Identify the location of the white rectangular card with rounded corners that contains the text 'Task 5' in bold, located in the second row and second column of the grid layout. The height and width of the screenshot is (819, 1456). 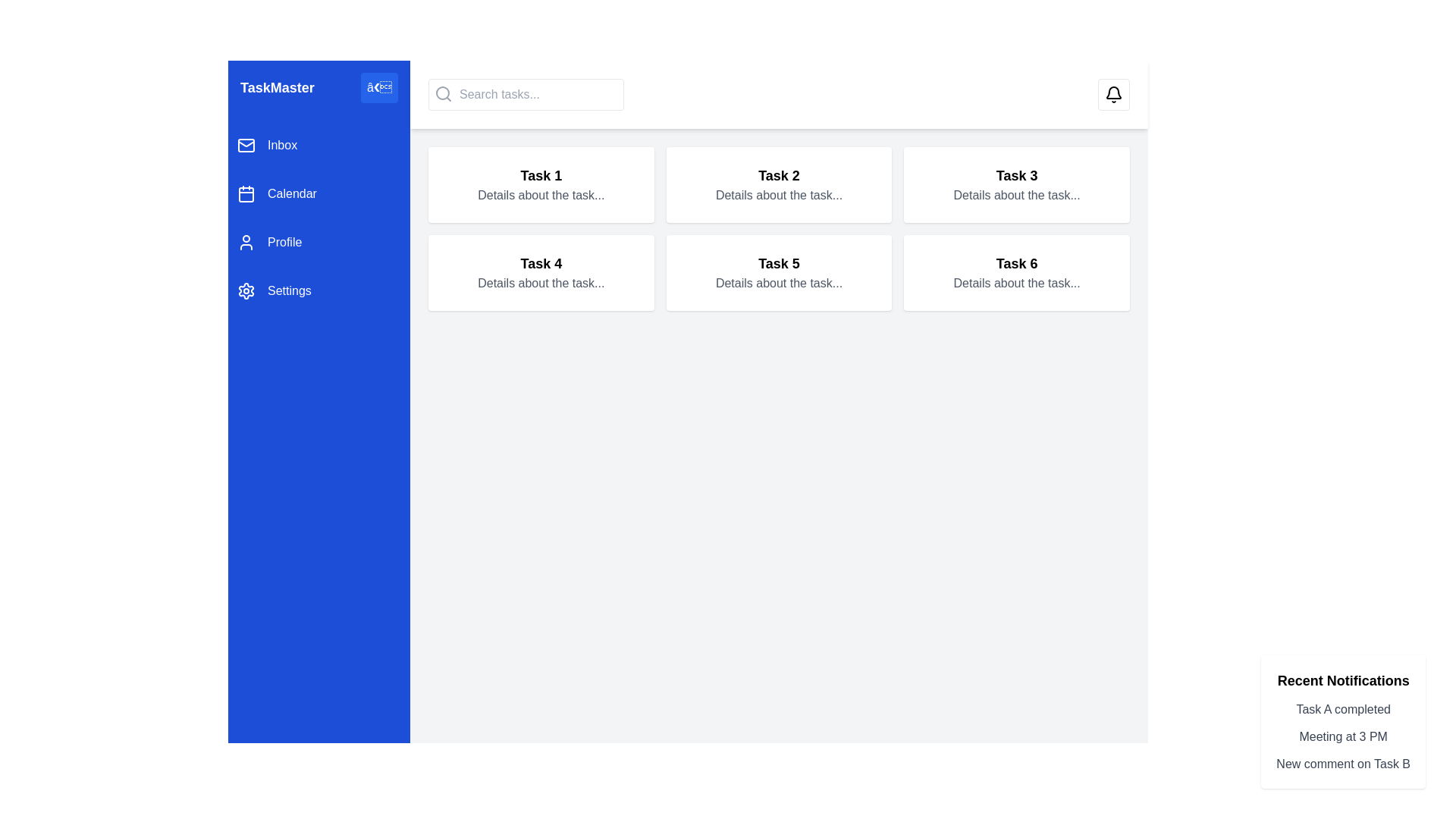
(779, 271).